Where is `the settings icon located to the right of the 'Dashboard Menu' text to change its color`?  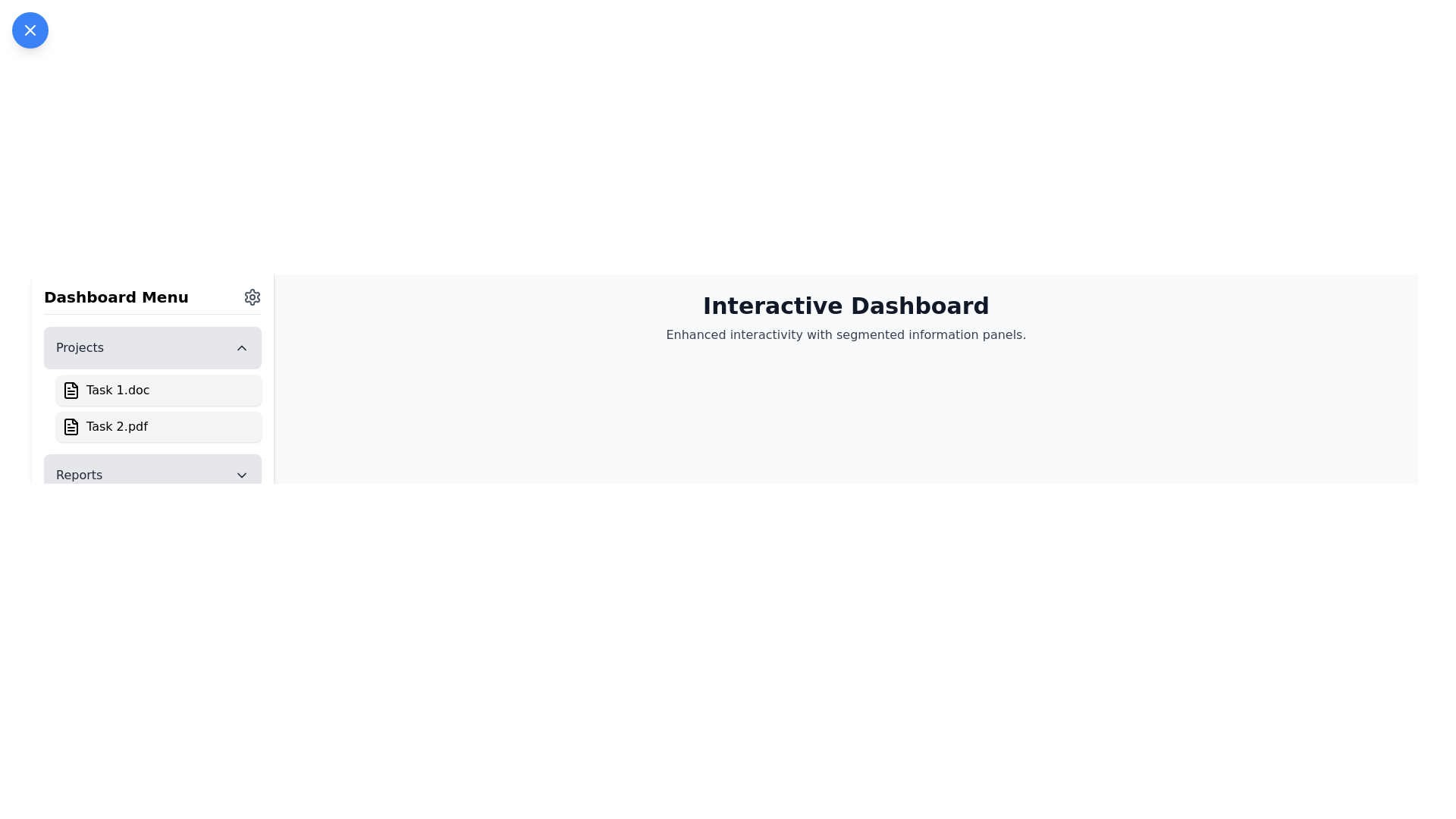
the settings icon located to the right of the 'Dashboard Menu' text to change its color is located at coordinates (252, 297).